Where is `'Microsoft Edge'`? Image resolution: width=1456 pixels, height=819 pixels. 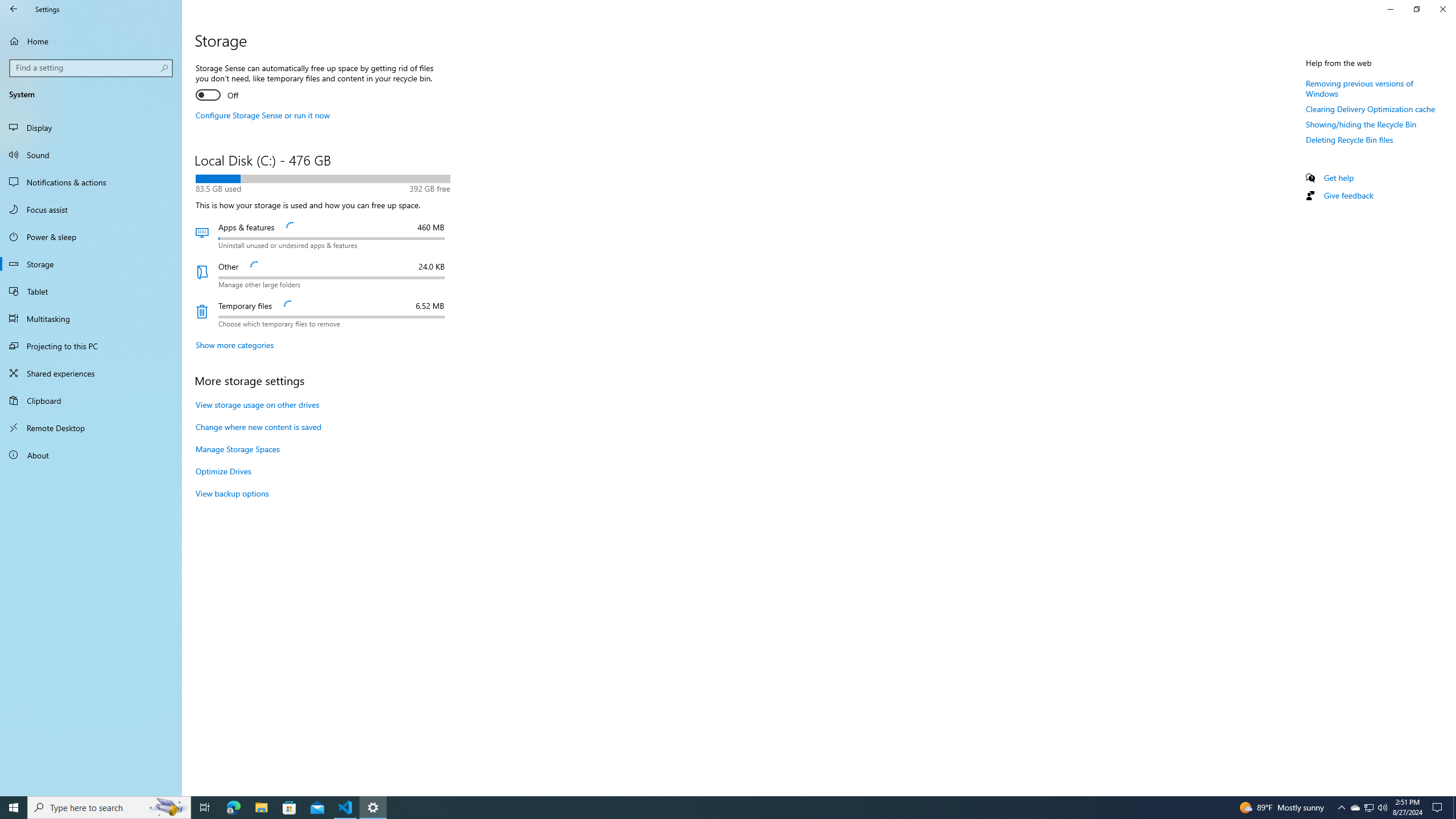
'Microsoft Edge' is located at coordinates (233, 806).